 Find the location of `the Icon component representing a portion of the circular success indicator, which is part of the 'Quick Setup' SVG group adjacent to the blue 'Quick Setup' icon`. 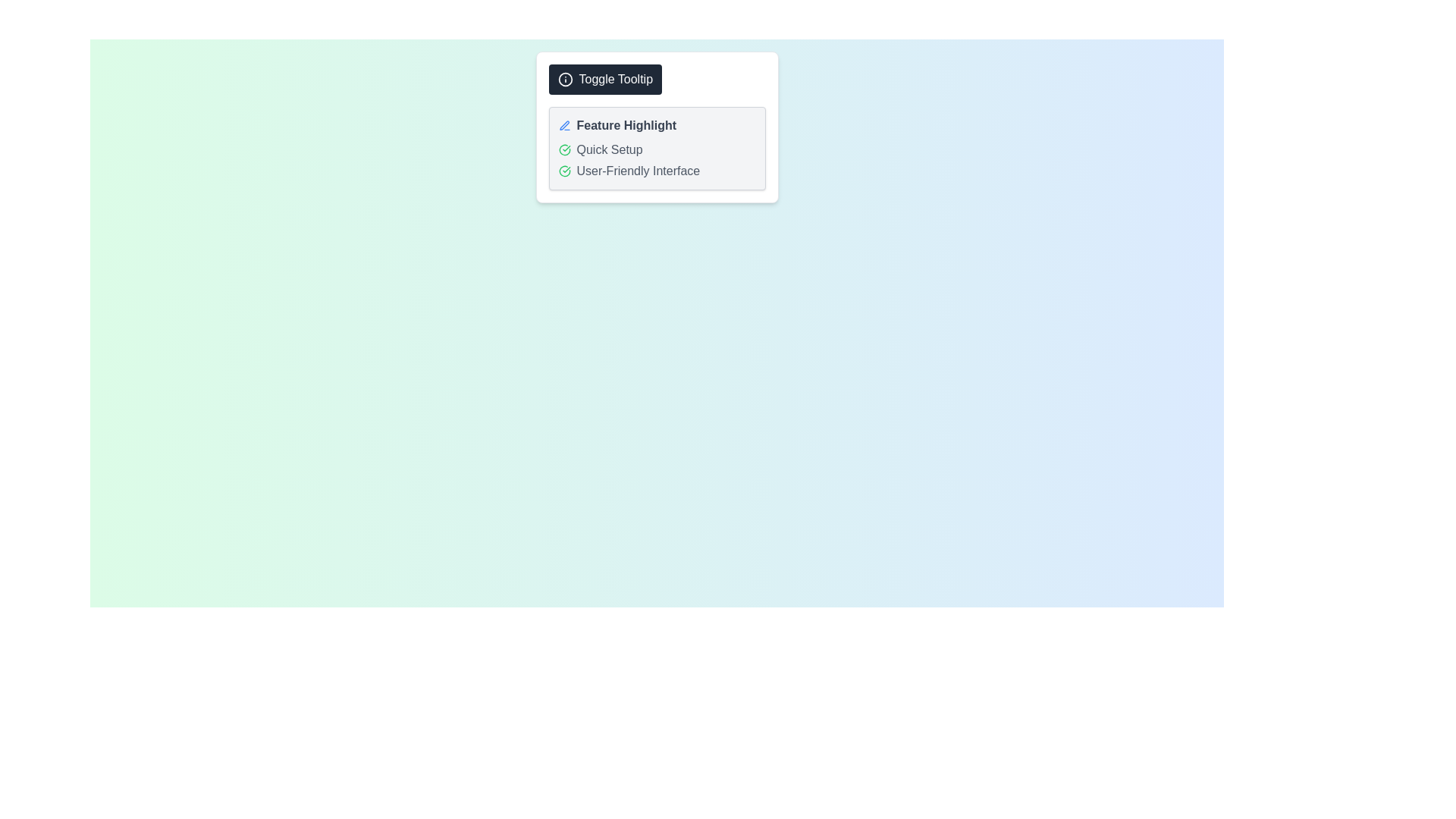

the Icon component representing a portion of the circular success indicator, which is part of the 'Quick Setup' SVG group adjacent to the blue 'Quick Setup' icon is located at coordinates (563, 171).